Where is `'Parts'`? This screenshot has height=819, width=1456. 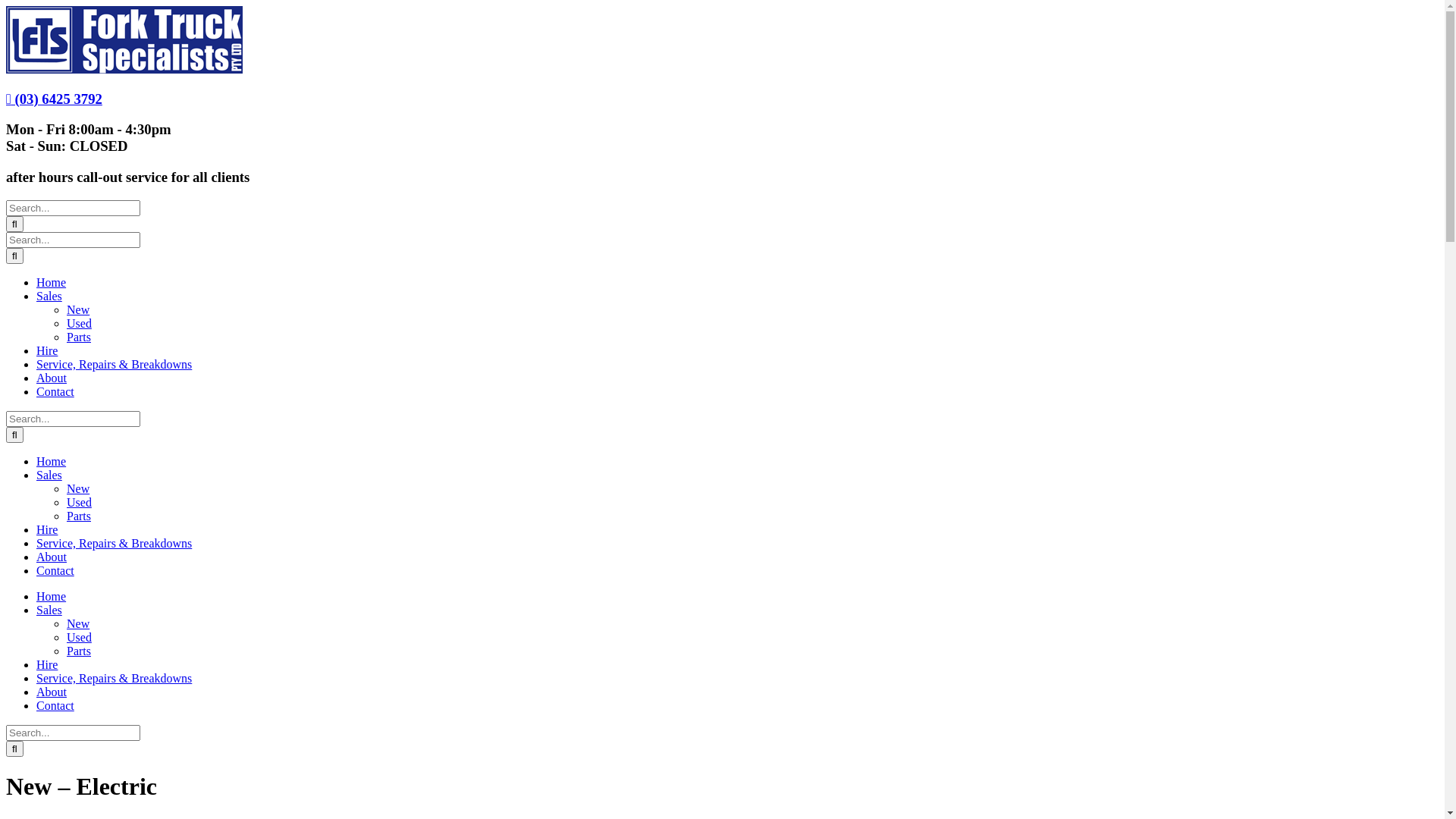 'Parts' is located at coordinates (78, 650).